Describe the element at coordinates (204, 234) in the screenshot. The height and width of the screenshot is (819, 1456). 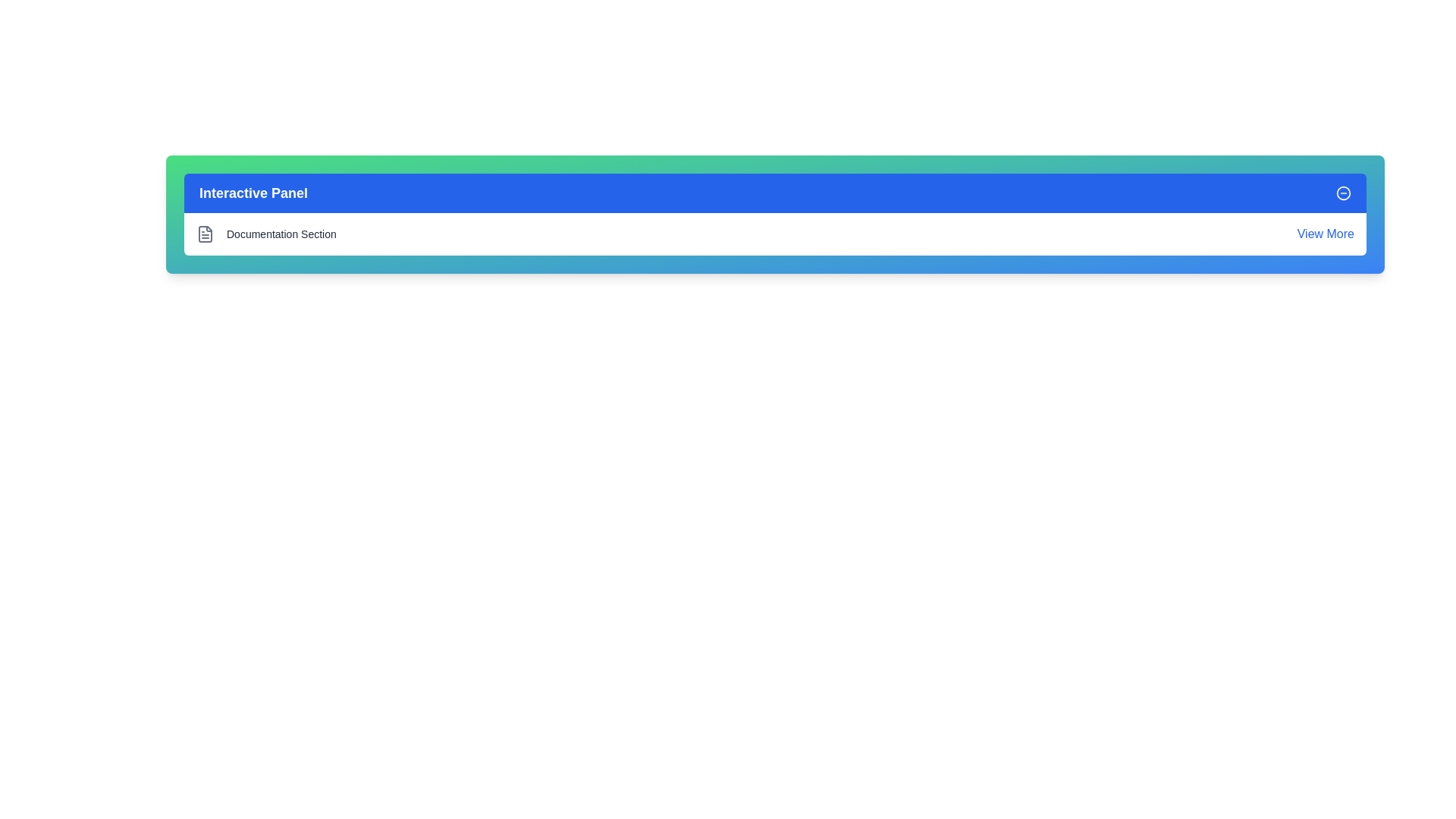
I see `the graphical file icon located to the left of the text 'Documentation Section', which has a rectangular shape and a tab-like profile in the top-left corner` at that location.